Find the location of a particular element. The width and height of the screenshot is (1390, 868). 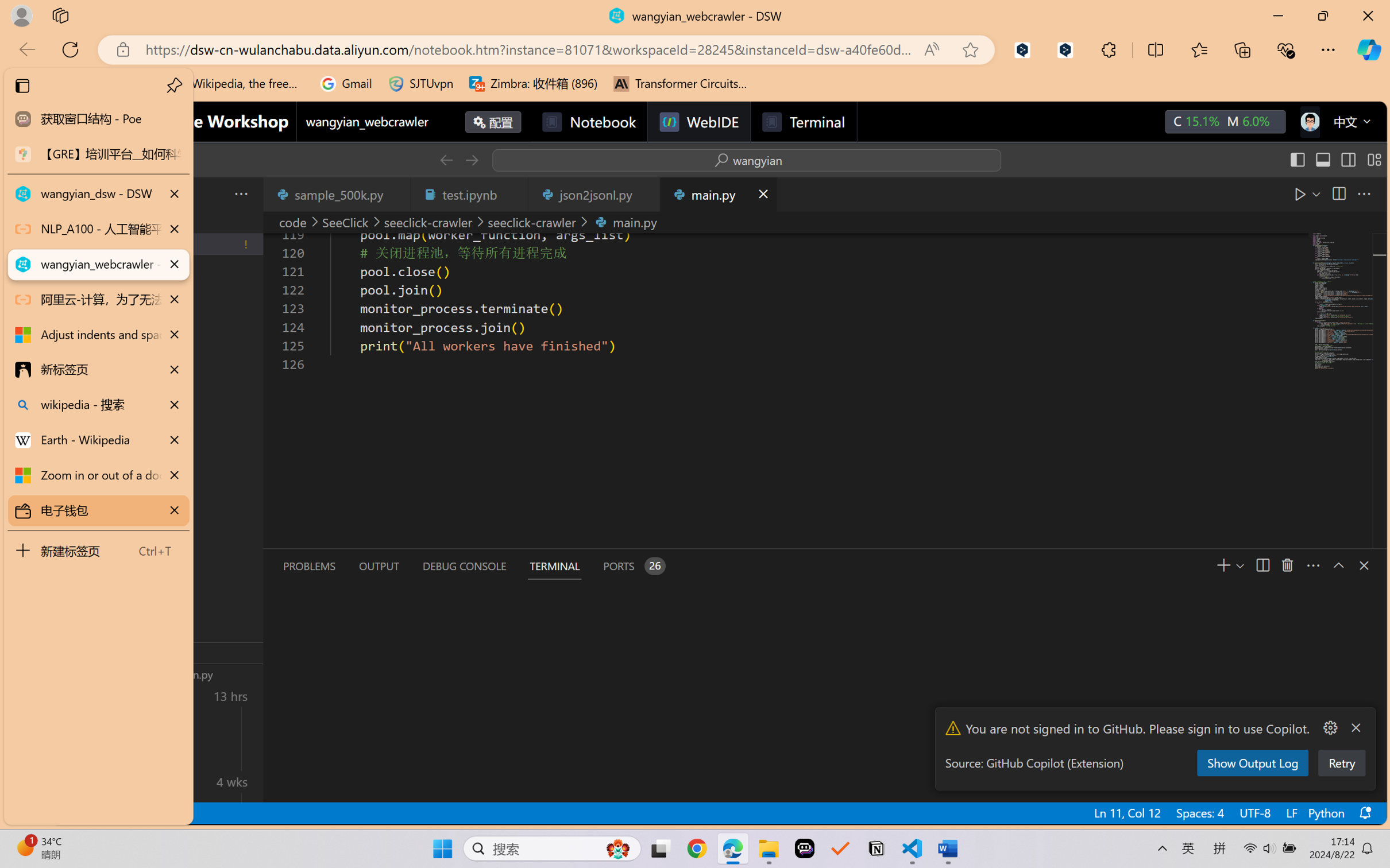

'Toggle Panel (Ctrl+J)' is located at coordinates (1321, 160).